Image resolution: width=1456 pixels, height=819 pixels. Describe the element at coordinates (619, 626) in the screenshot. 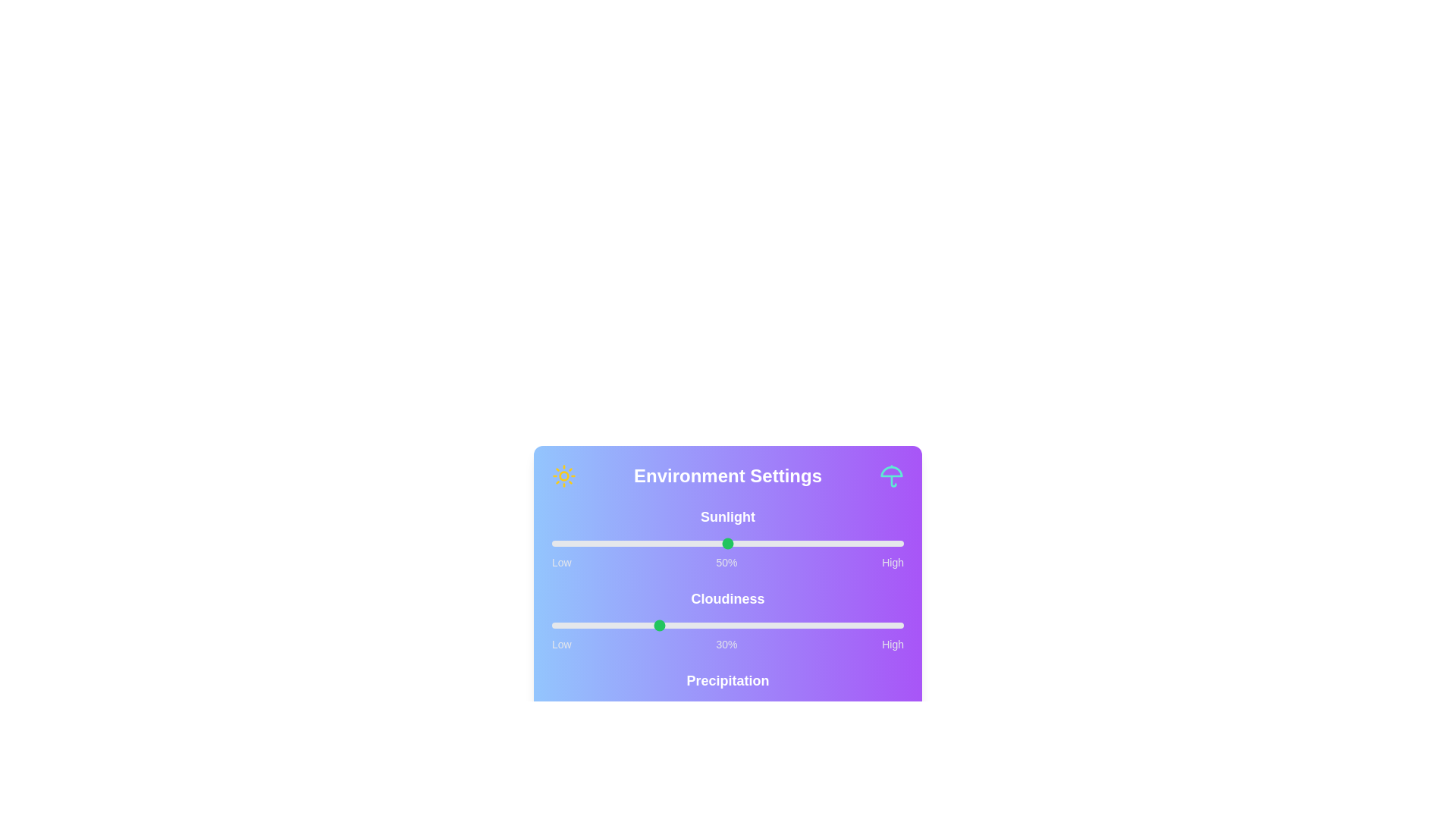

I see `the cloudiness slider to 19%` at that location.